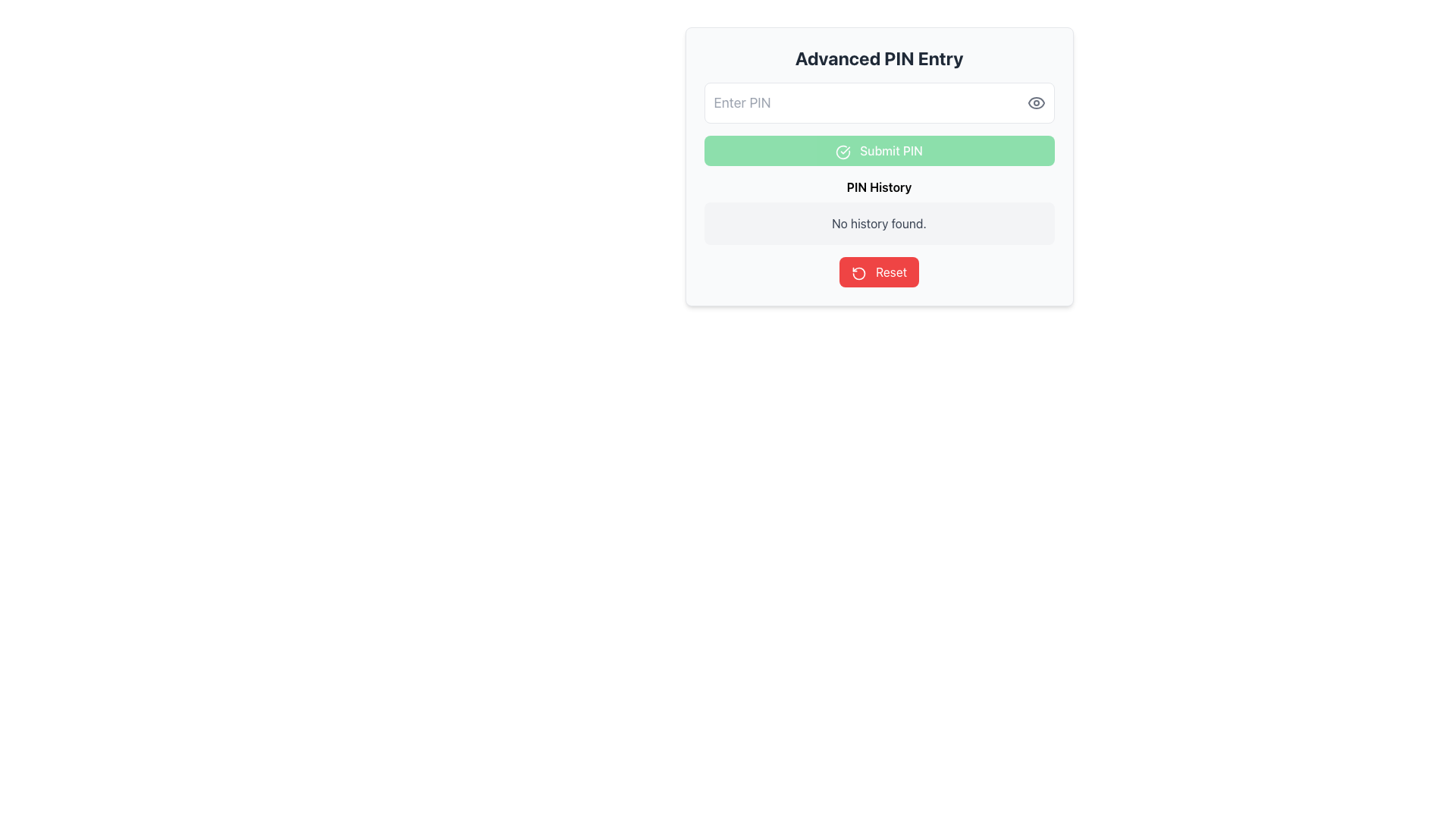  What do you see at coordinates (879, 223) in the screenshot?
I see `the read-only Text Label indicating that no historical data is available, located in the 'PIN History' section, just below the title and above the 'Reset' button` at bounding box center [879, 223].